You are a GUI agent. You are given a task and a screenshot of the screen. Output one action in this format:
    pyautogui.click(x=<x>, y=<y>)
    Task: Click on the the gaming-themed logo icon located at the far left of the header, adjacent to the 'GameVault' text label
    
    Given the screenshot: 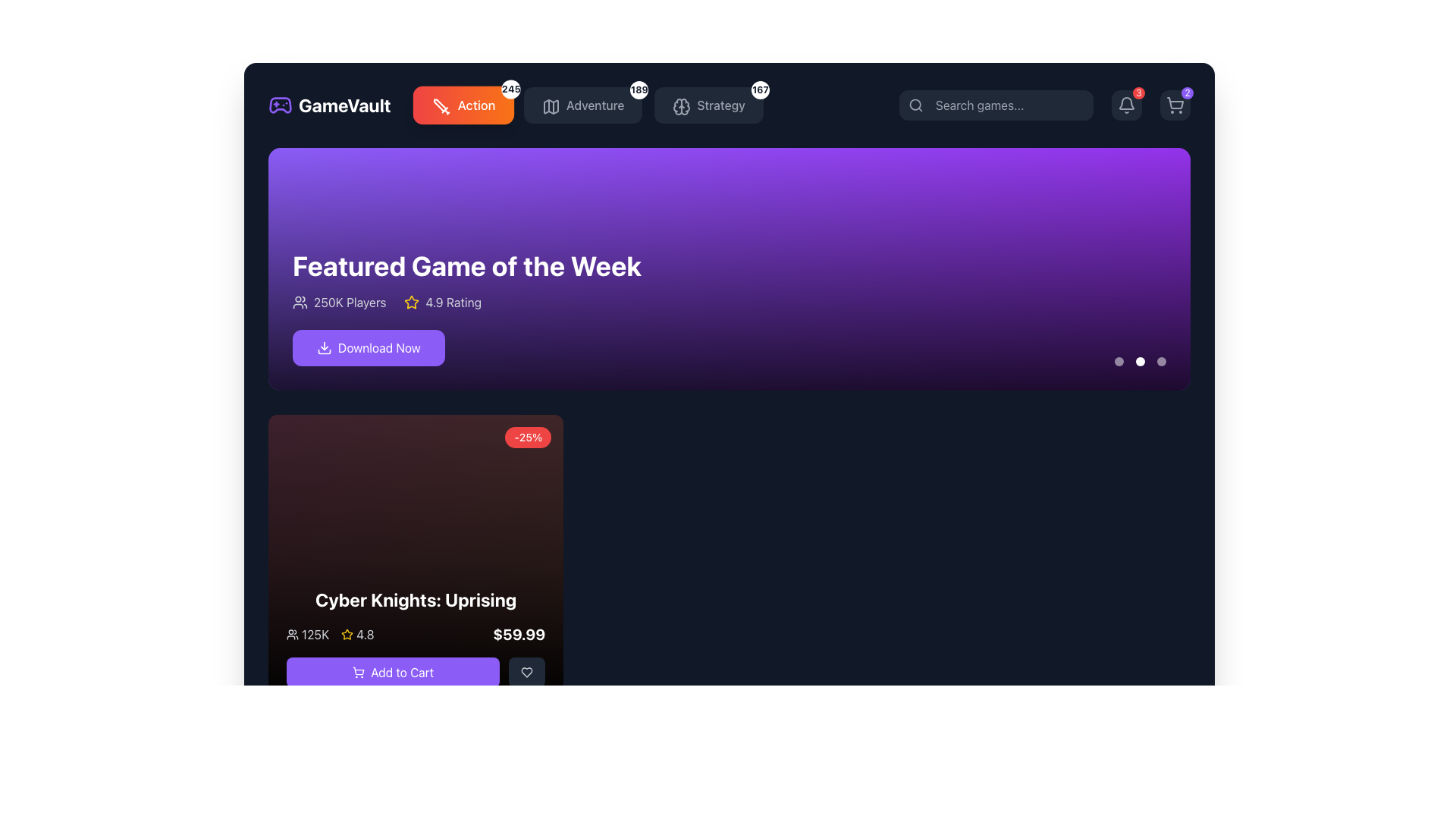 What is the action you would take?
    pyautogui.click(x=280, y=104)
    